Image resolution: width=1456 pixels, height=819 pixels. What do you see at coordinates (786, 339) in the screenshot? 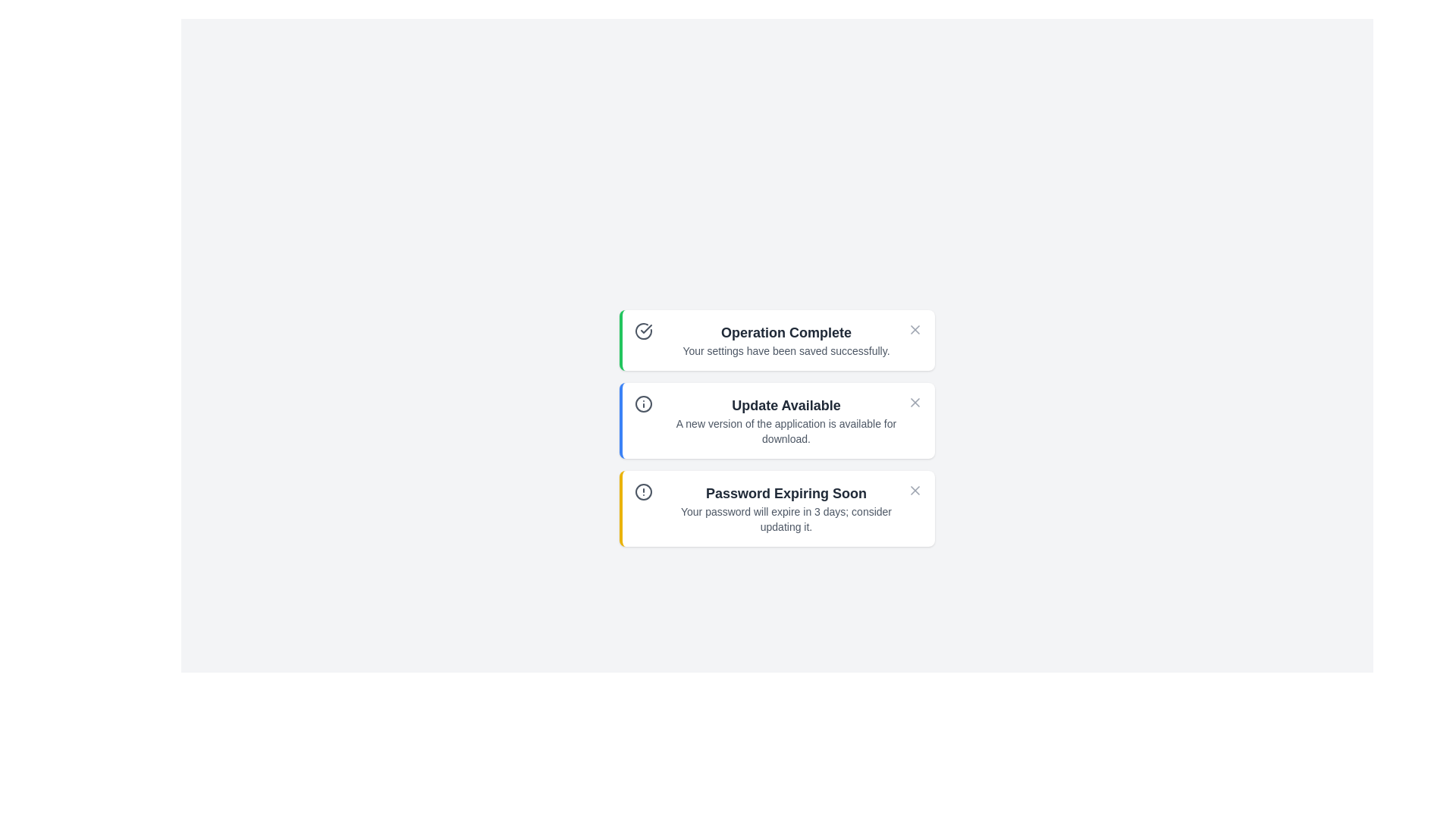
I see `text of the Informational Message titled 'Operation Complete' which indicates that 'Your settings have been saved successfully.'` at bounding box center [786, 339].